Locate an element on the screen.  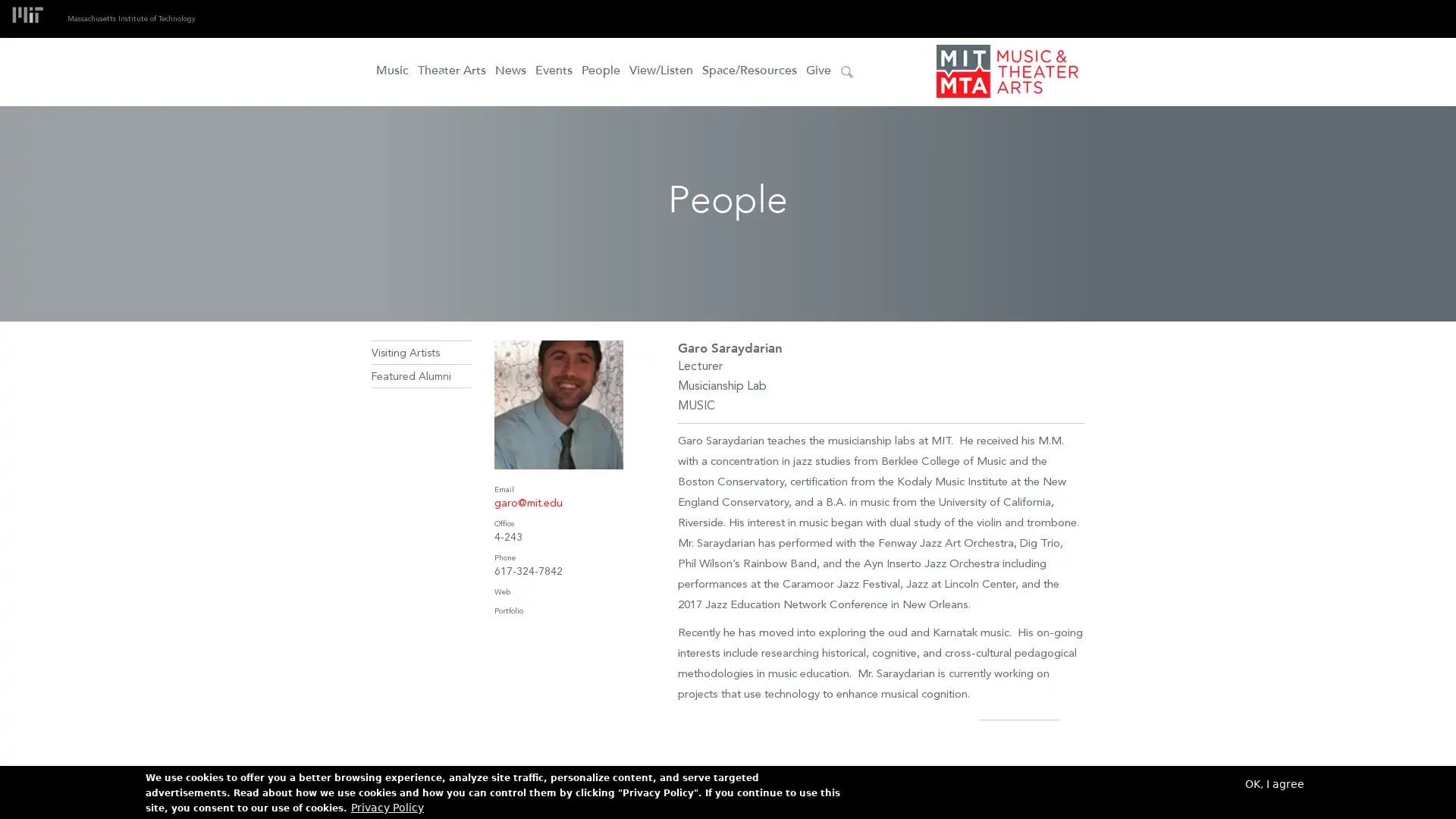
OK, I agree is located at coordinates (1274, 783).